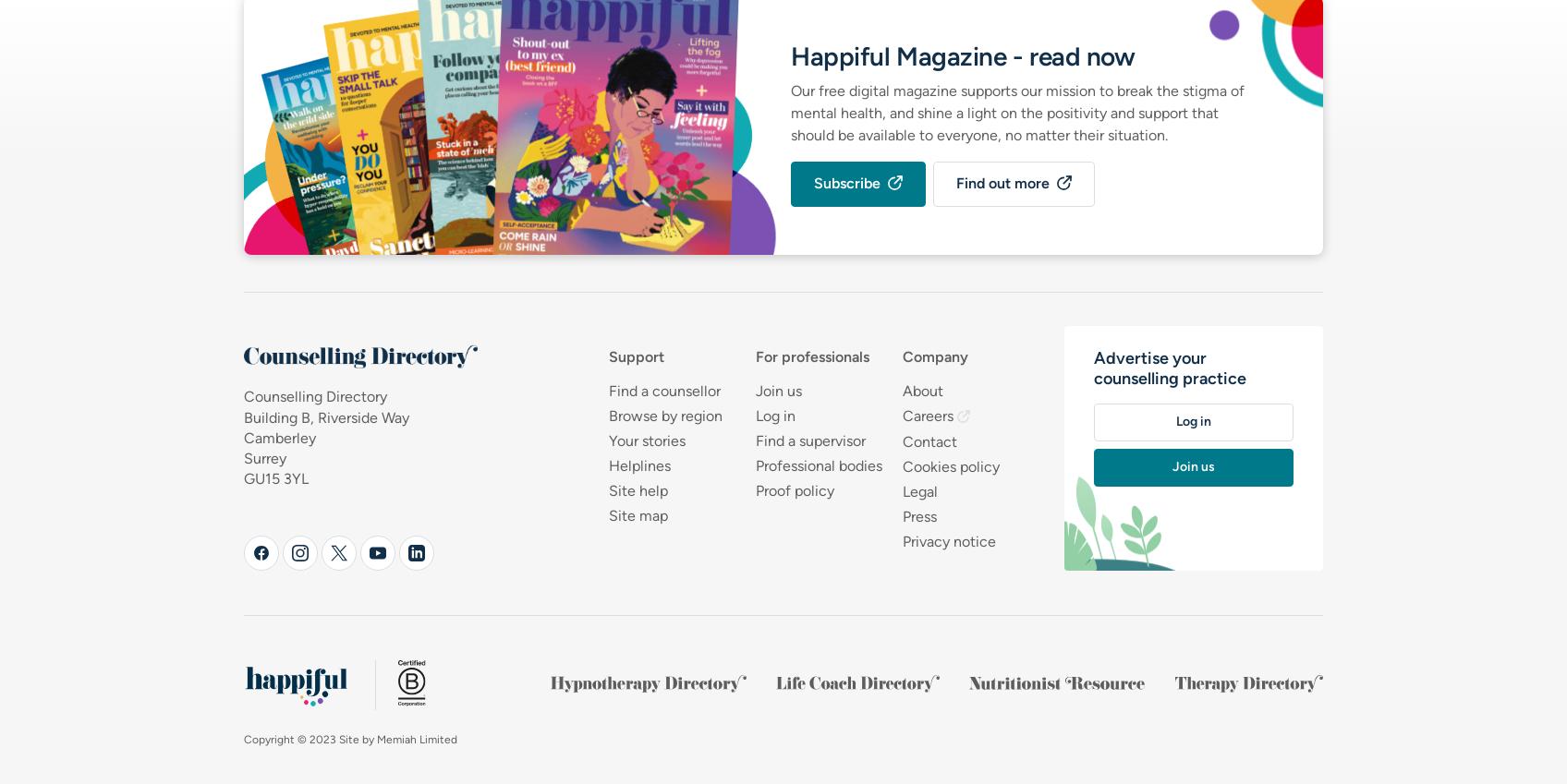 The width and height of the screenshot is (1567, 784). I want to click on 'Find a counsellor', so click(663, 390).